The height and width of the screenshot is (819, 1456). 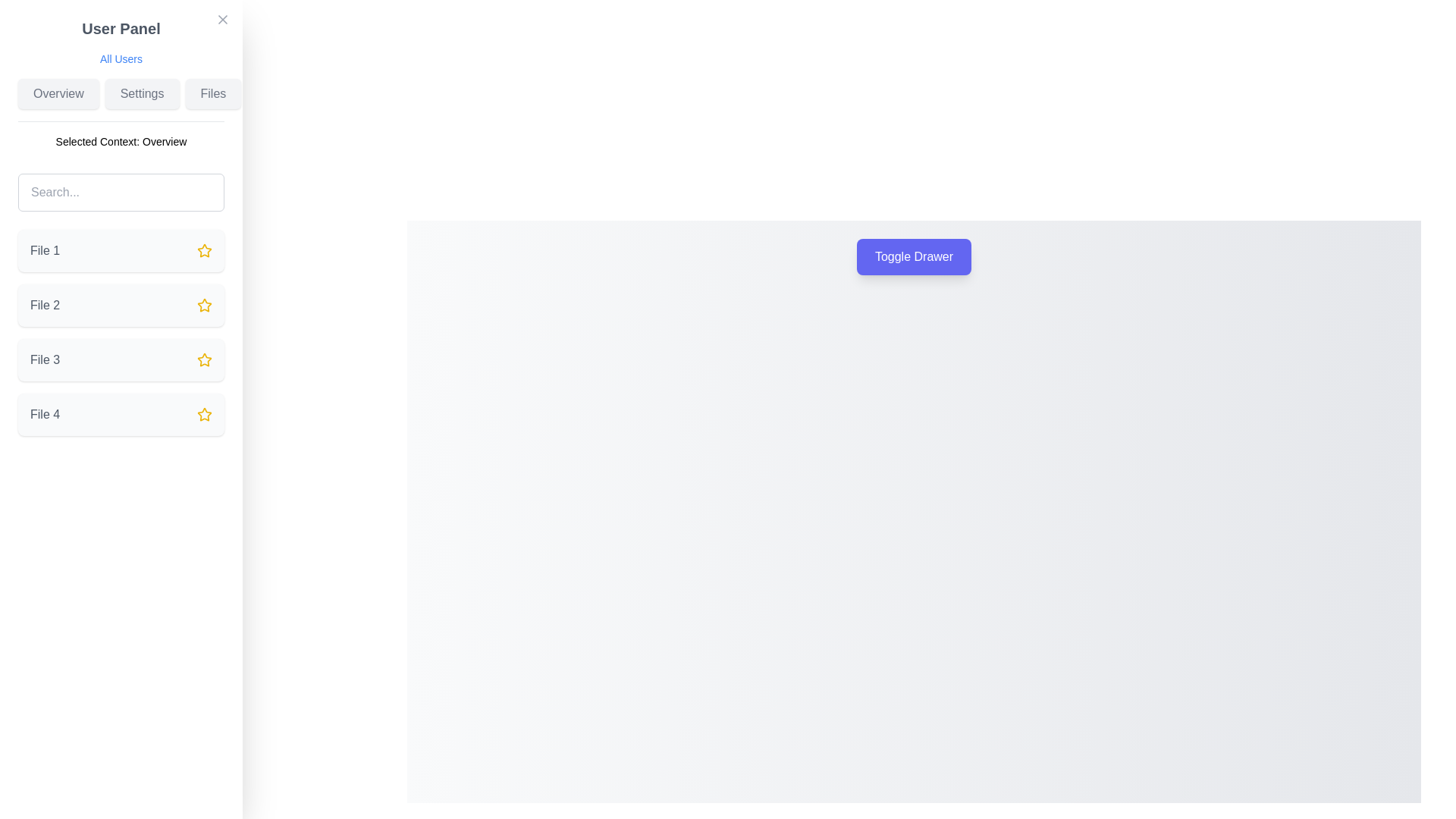 What do you see at coordinates (203, 359) in the screenshot?
I see `the star icon located to the right of the 'File 3' label in the 'Files' section` at bounding box center [203, 359].